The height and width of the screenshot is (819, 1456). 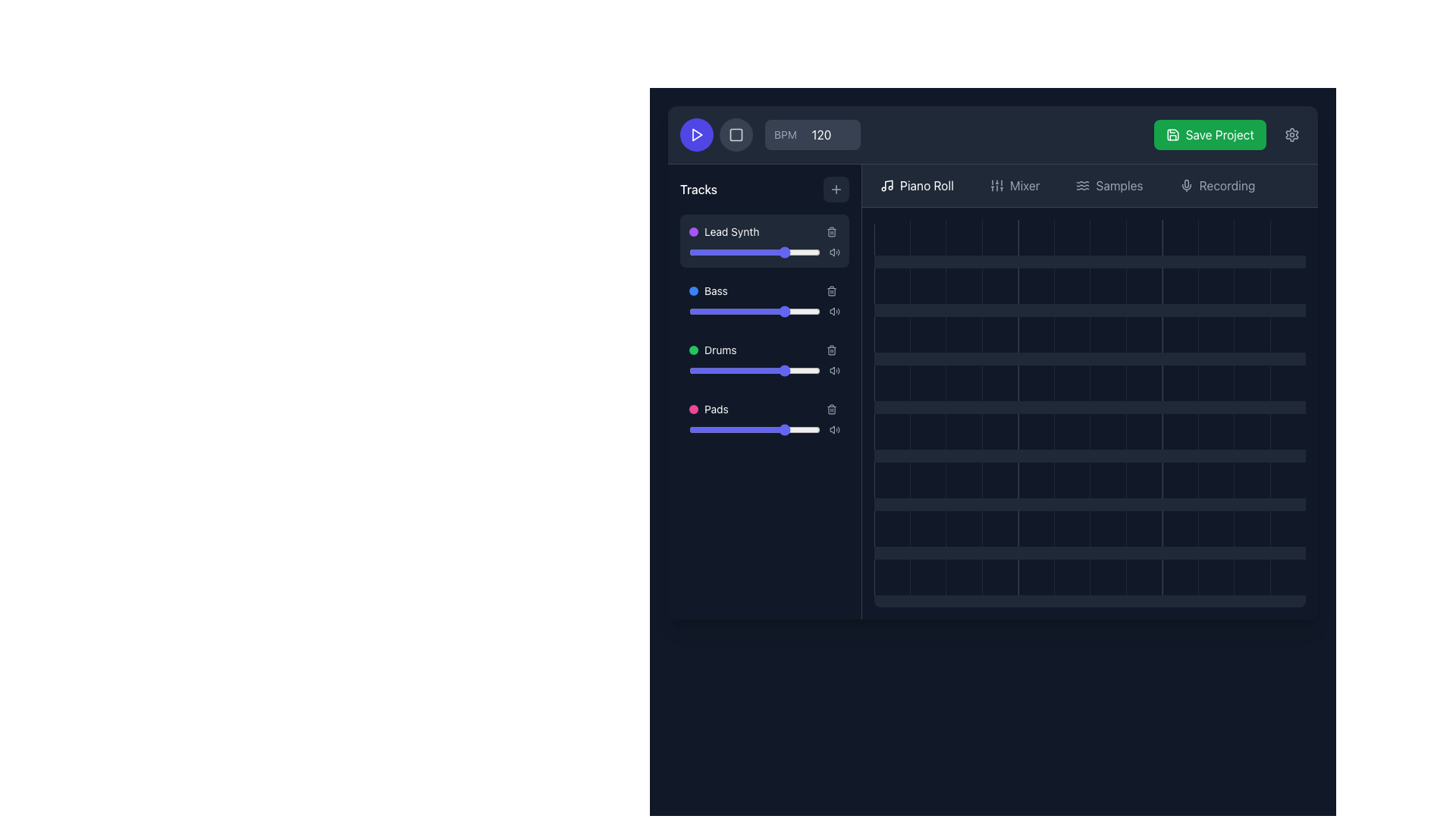 I want to click on the interactive placeholder square component located in the 4th column of the 7th row, so click(x=999, y=528).